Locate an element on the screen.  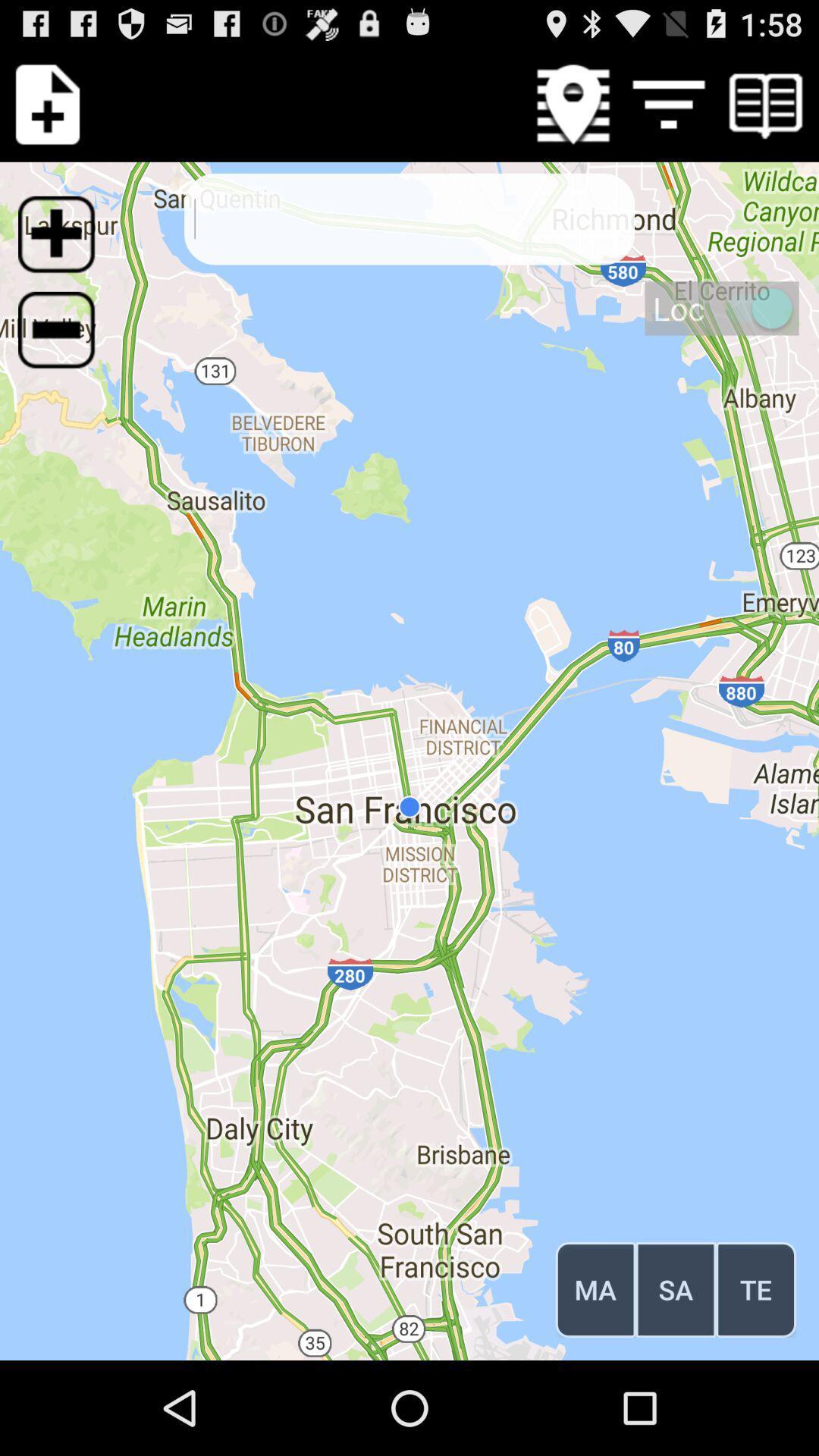
icon to the right of the sa is located at coordinates (756, 1288).